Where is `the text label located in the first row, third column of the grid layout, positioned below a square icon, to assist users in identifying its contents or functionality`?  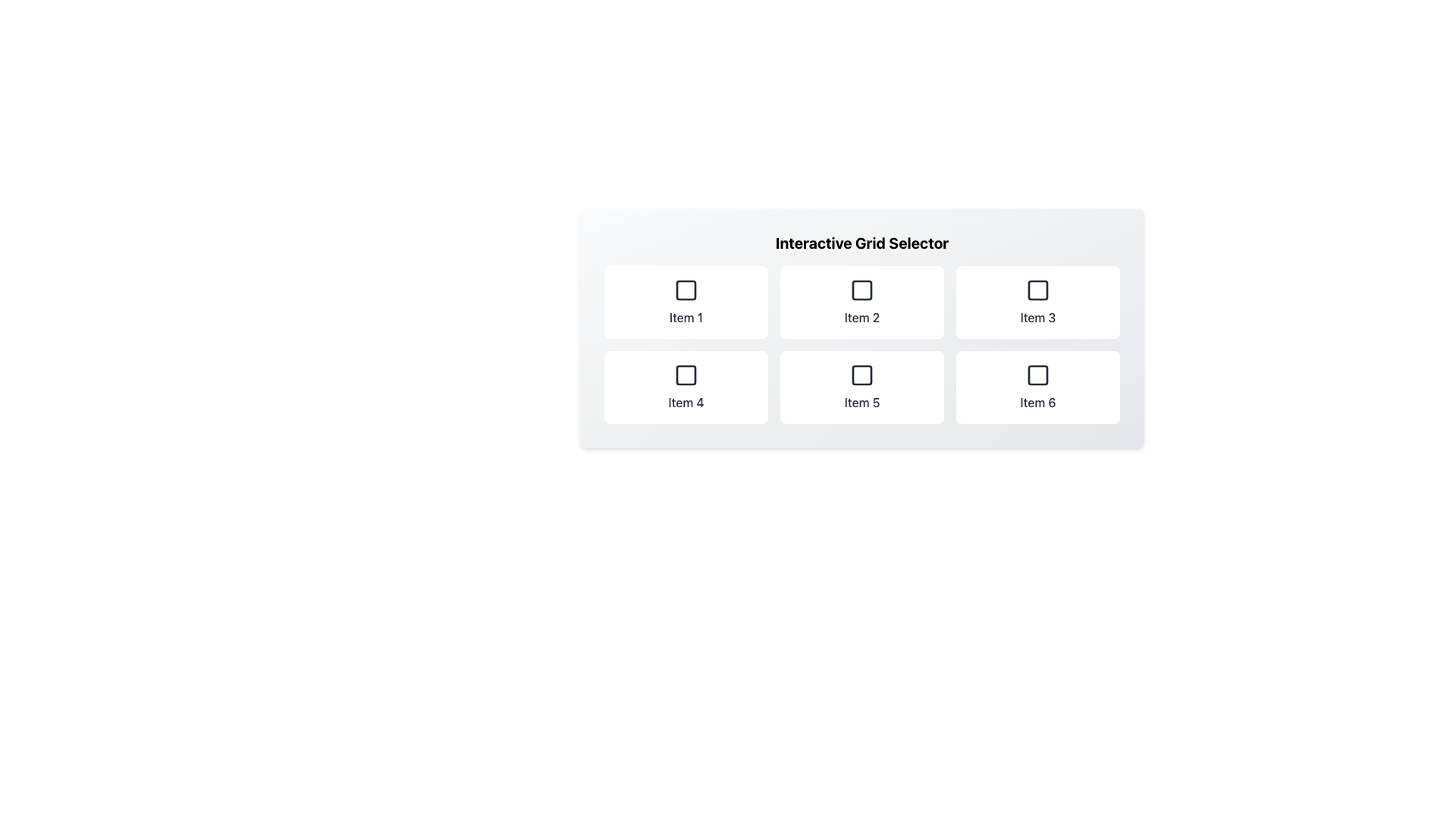 the text label located in the first row, third column of the grid layout, positioned below a square icon, to assist users in identifying its contents or functionality is located at coordinates (1037, 317).